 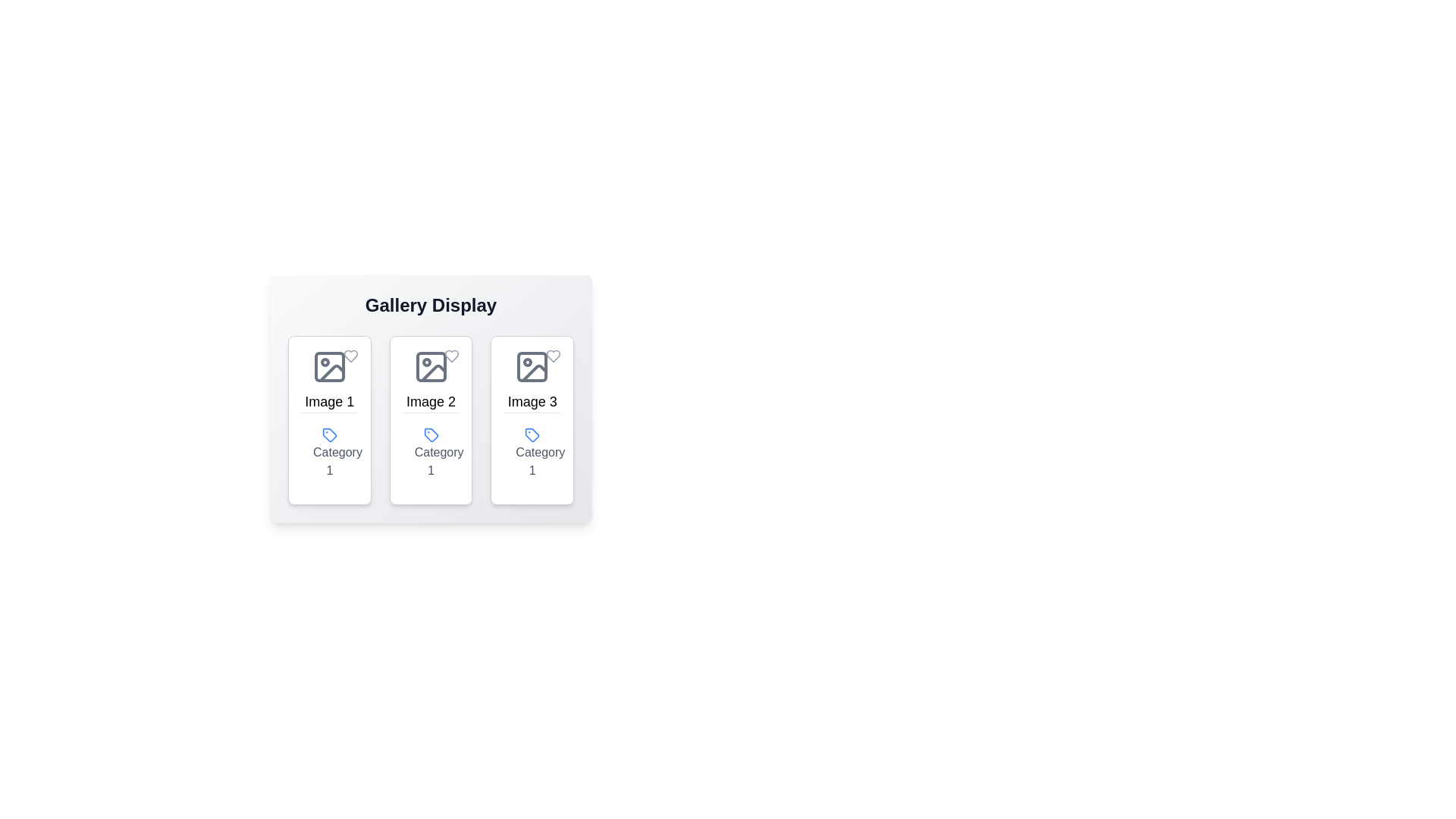 What do you see at coordinates (451, 356) in the screenshot?
I see `the favorite/like toggle icon located at the top-right corner of the card for 'Image 2'` at bounding box center [451, 356].